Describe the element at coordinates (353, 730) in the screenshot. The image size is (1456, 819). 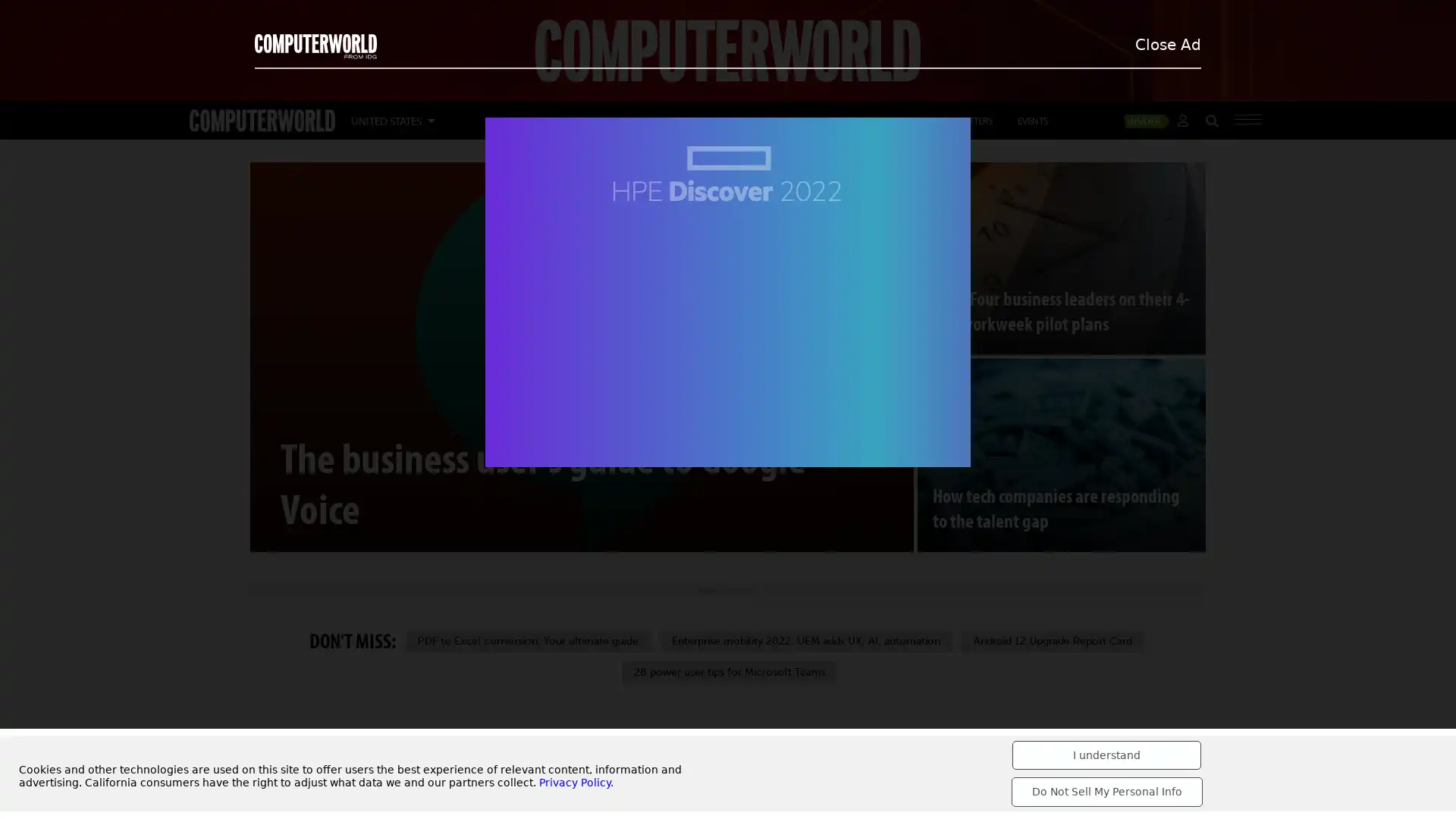
I see `Follow on LinkedIn` at that location.